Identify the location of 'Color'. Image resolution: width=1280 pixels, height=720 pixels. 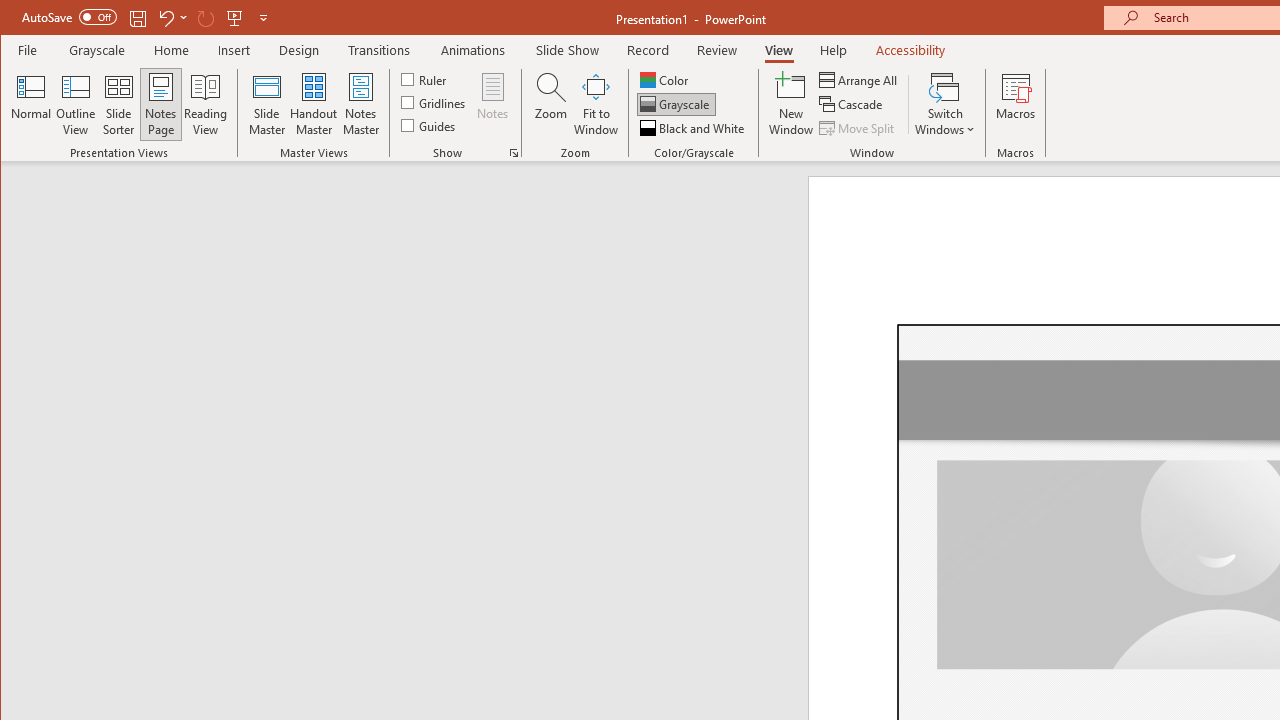
(666, 79).